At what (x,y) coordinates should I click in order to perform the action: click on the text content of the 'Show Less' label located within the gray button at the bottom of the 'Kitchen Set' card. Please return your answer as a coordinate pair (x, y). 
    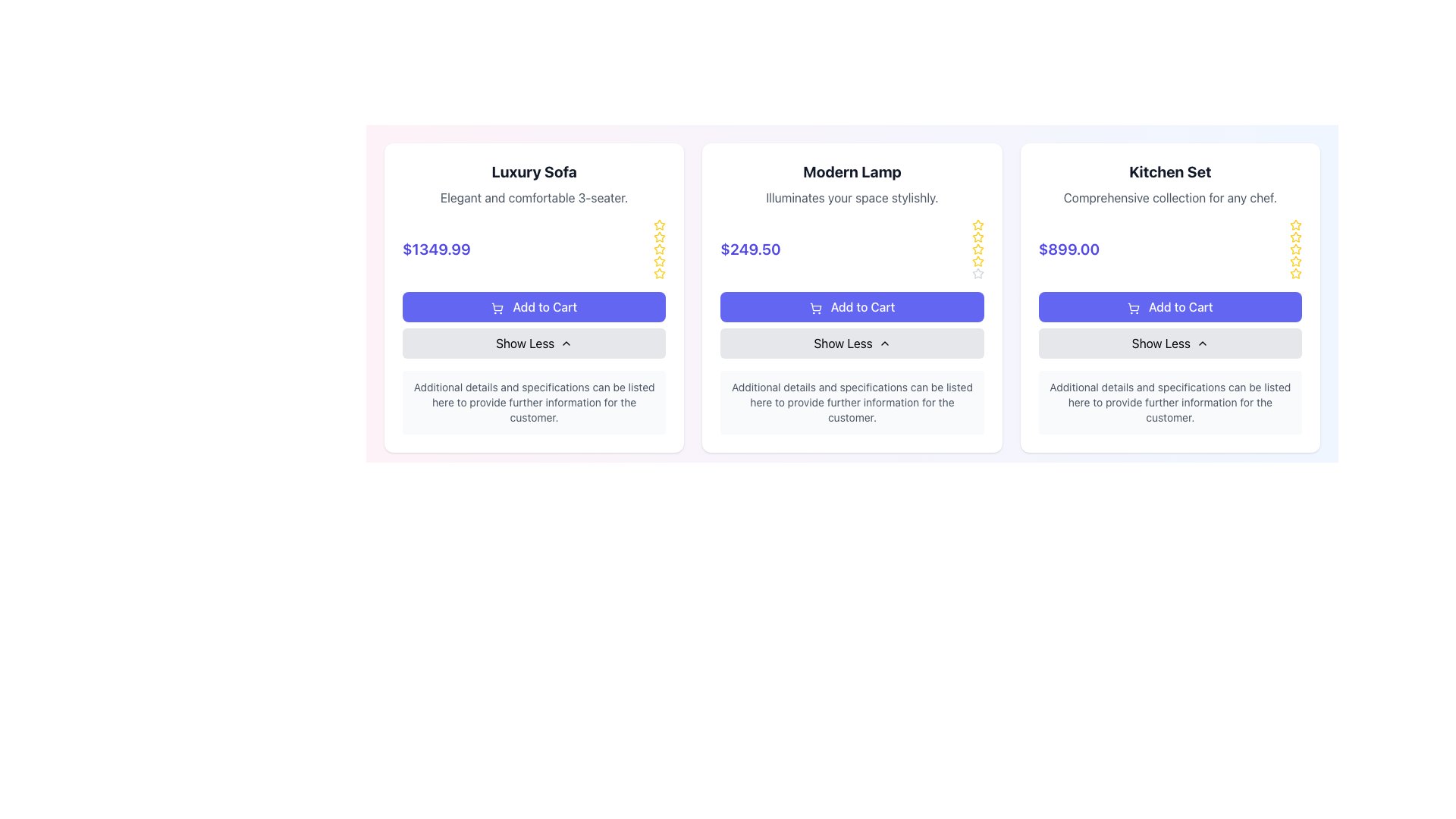
    Looking at the image, I should click on (1160, 343).